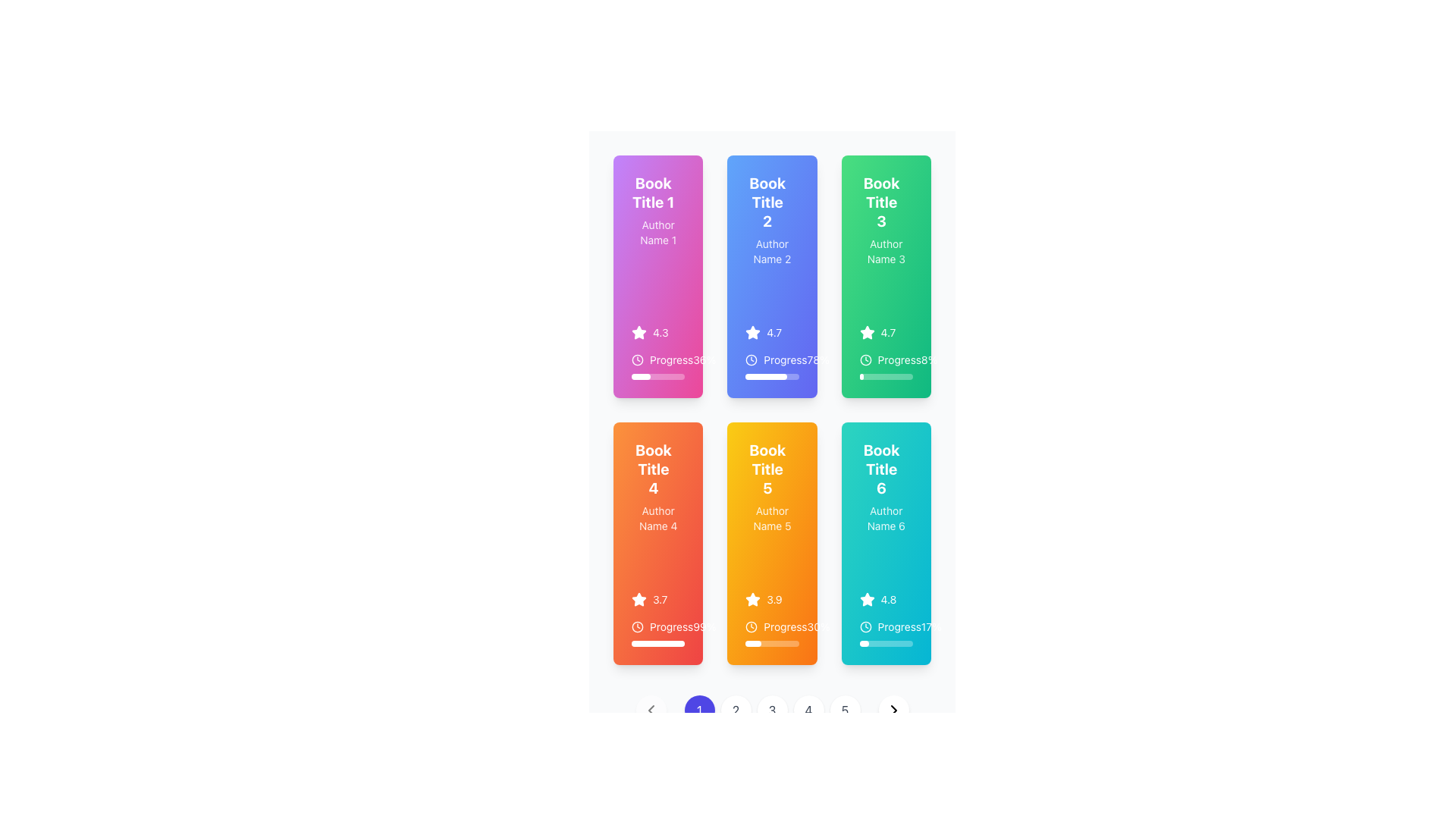 The height and width of the screenshot is (819, 1456). What do you see at coordinates (658, 643) in the screenshot?
I see `visual progress represented by the horizontal progress bar located in the fourth card of a six-card grid layout, under the label 'Progress99%', within the orange-themed card labeled 'Book Title 4'` at bounding box center [658, 643].